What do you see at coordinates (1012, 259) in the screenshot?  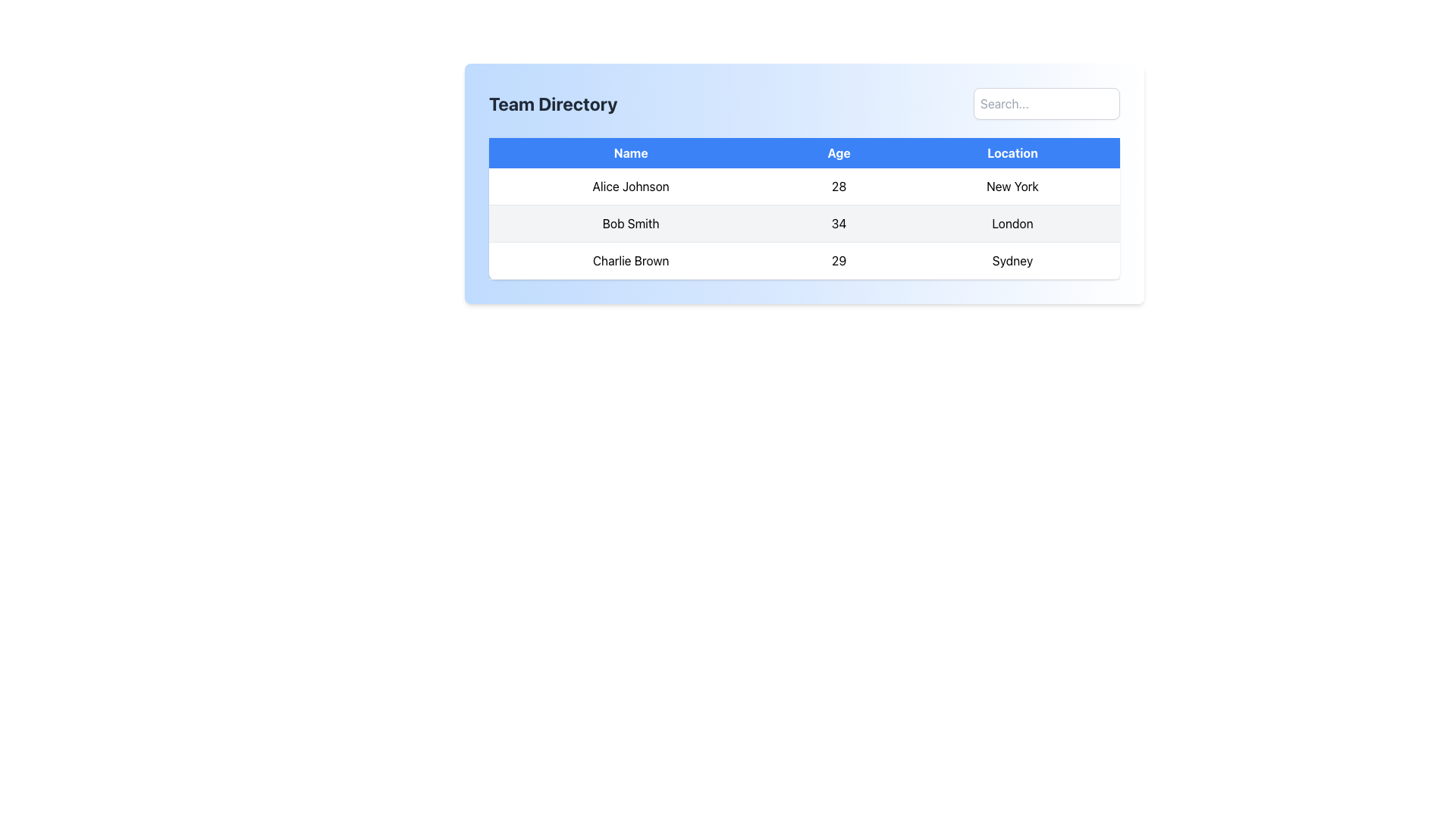 I see `the Text Label that displays the location information 'Sydney', which is in the last column of the third row of the table, below 'New York' and 'London'` at bounding box center [1012, 259].